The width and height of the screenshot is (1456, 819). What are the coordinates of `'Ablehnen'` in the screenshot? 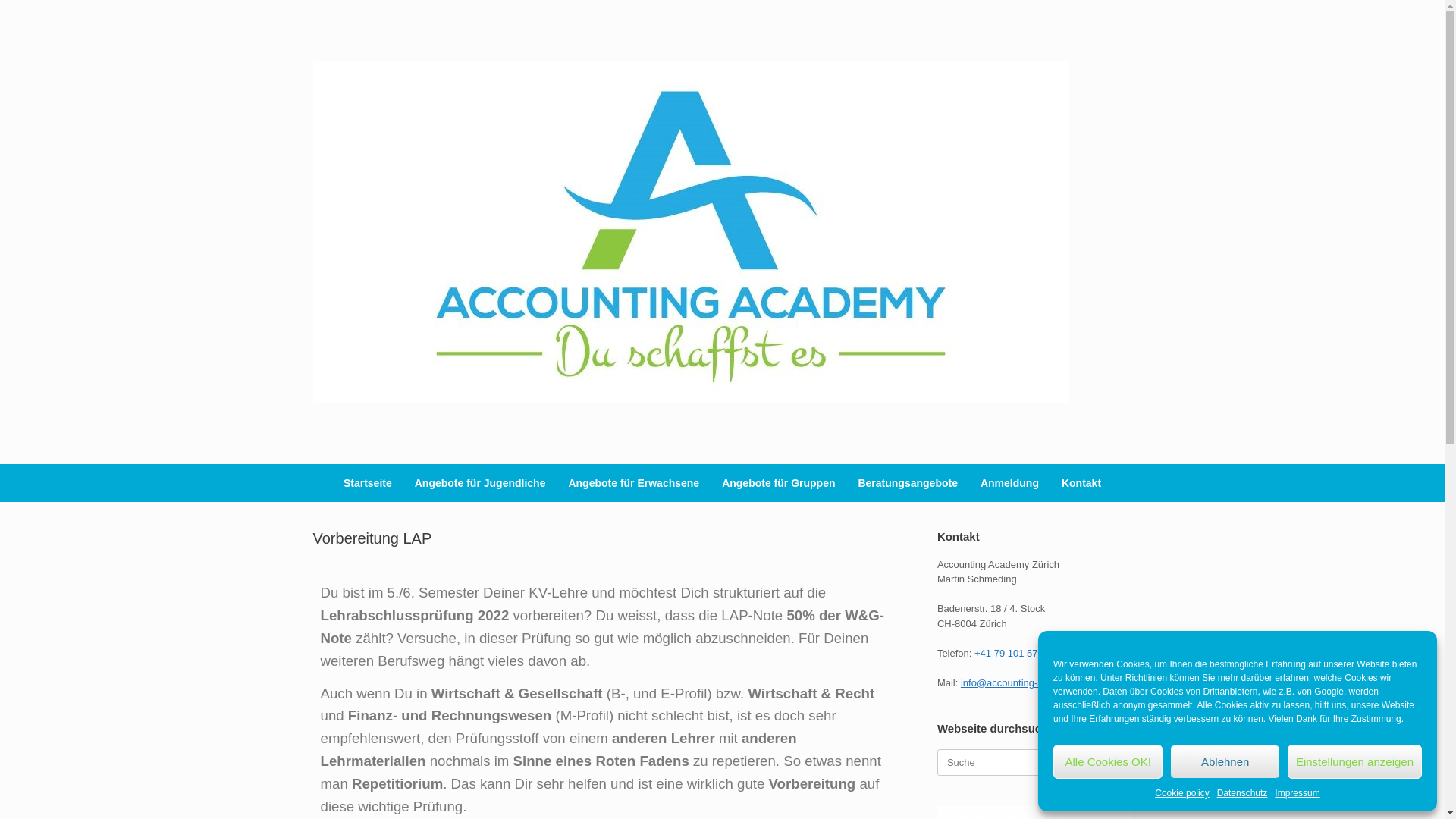 It's located at (1169, 761).